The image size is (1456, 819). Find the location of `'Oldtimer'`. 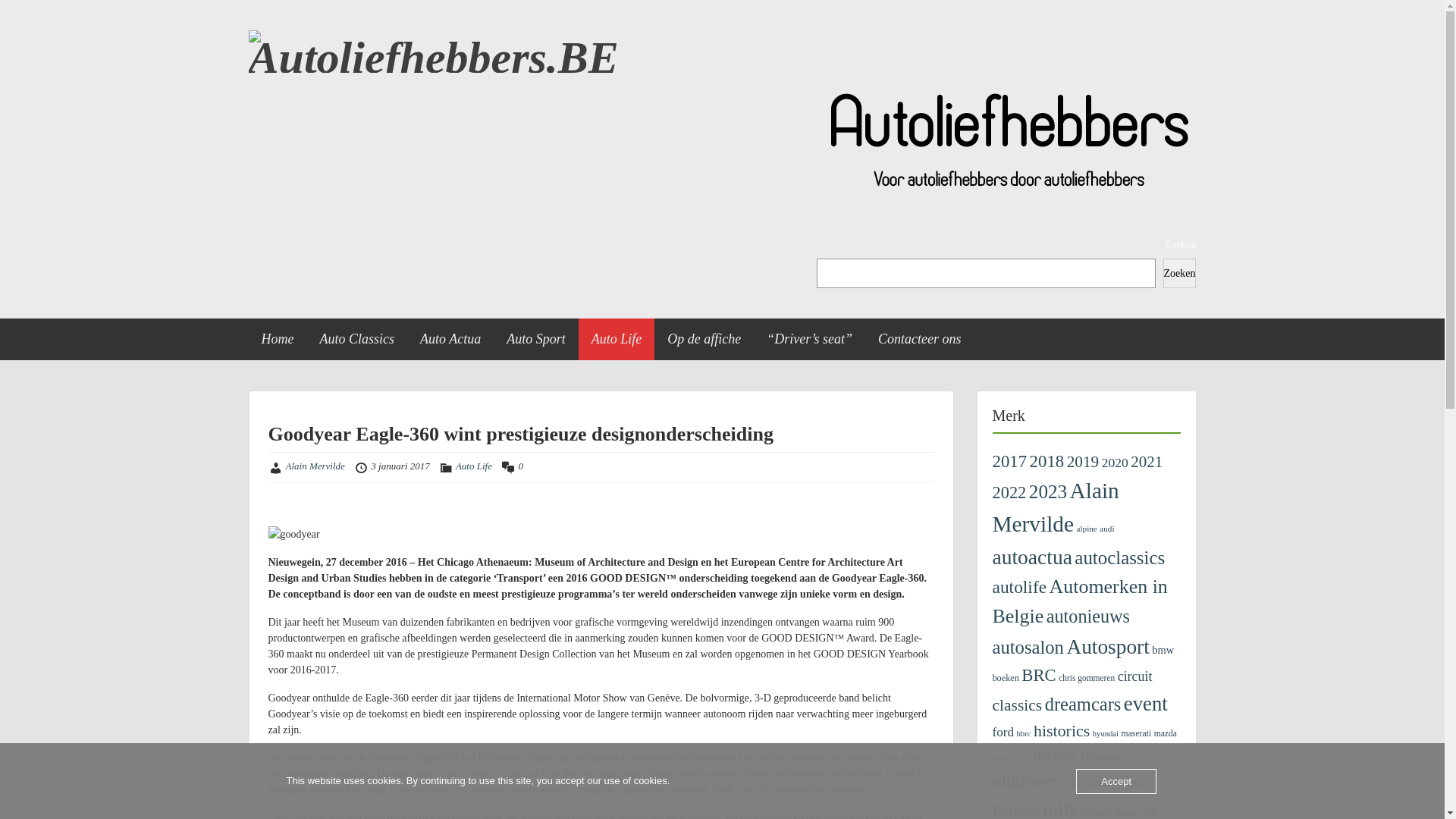

'Oldtimer' is located at coordinates (1100, 758).